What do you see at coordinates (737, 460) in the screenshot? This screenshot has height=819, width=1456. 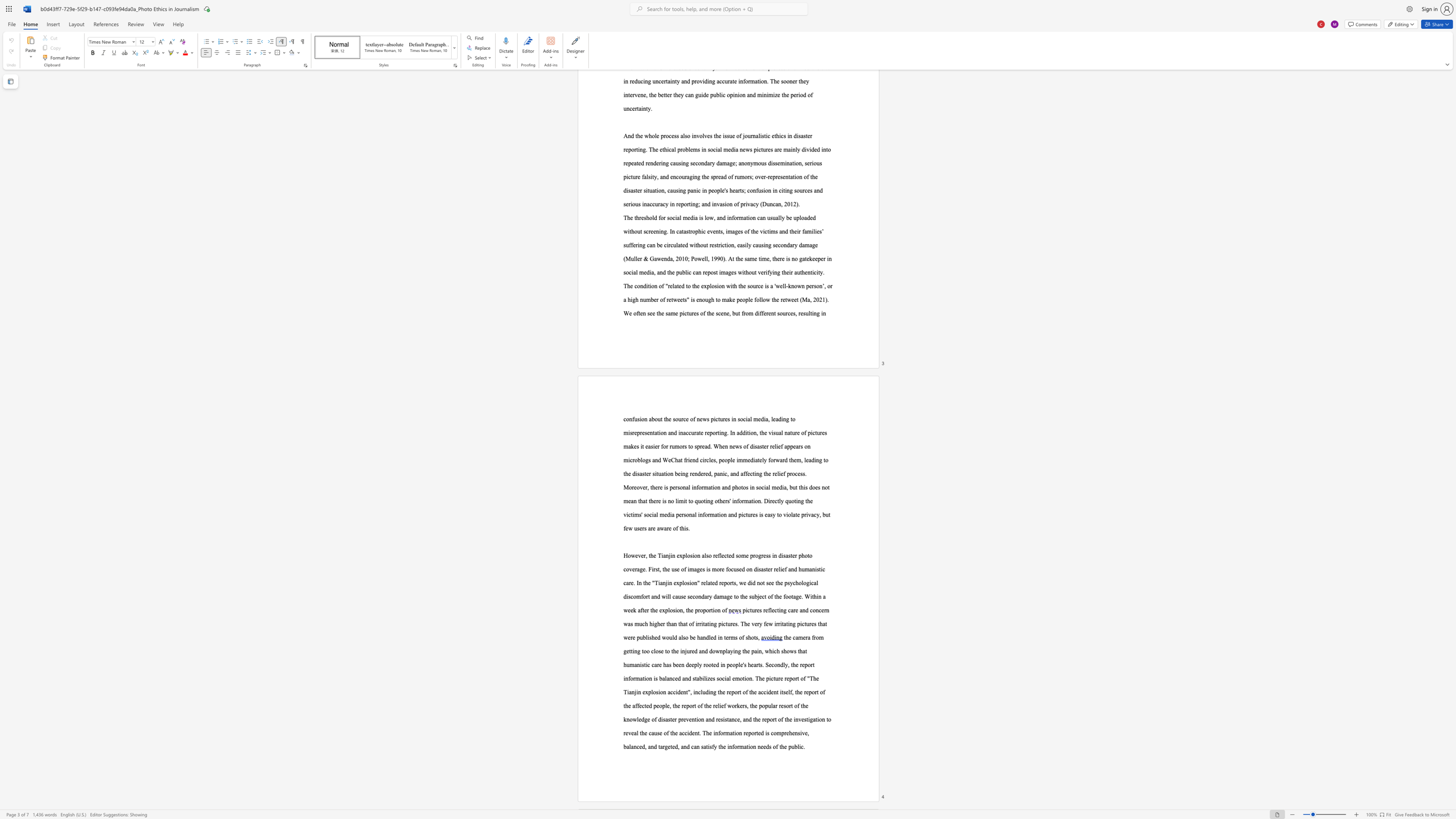 I see `the 1th character "i" in the text` at bounding box center [737, 460].